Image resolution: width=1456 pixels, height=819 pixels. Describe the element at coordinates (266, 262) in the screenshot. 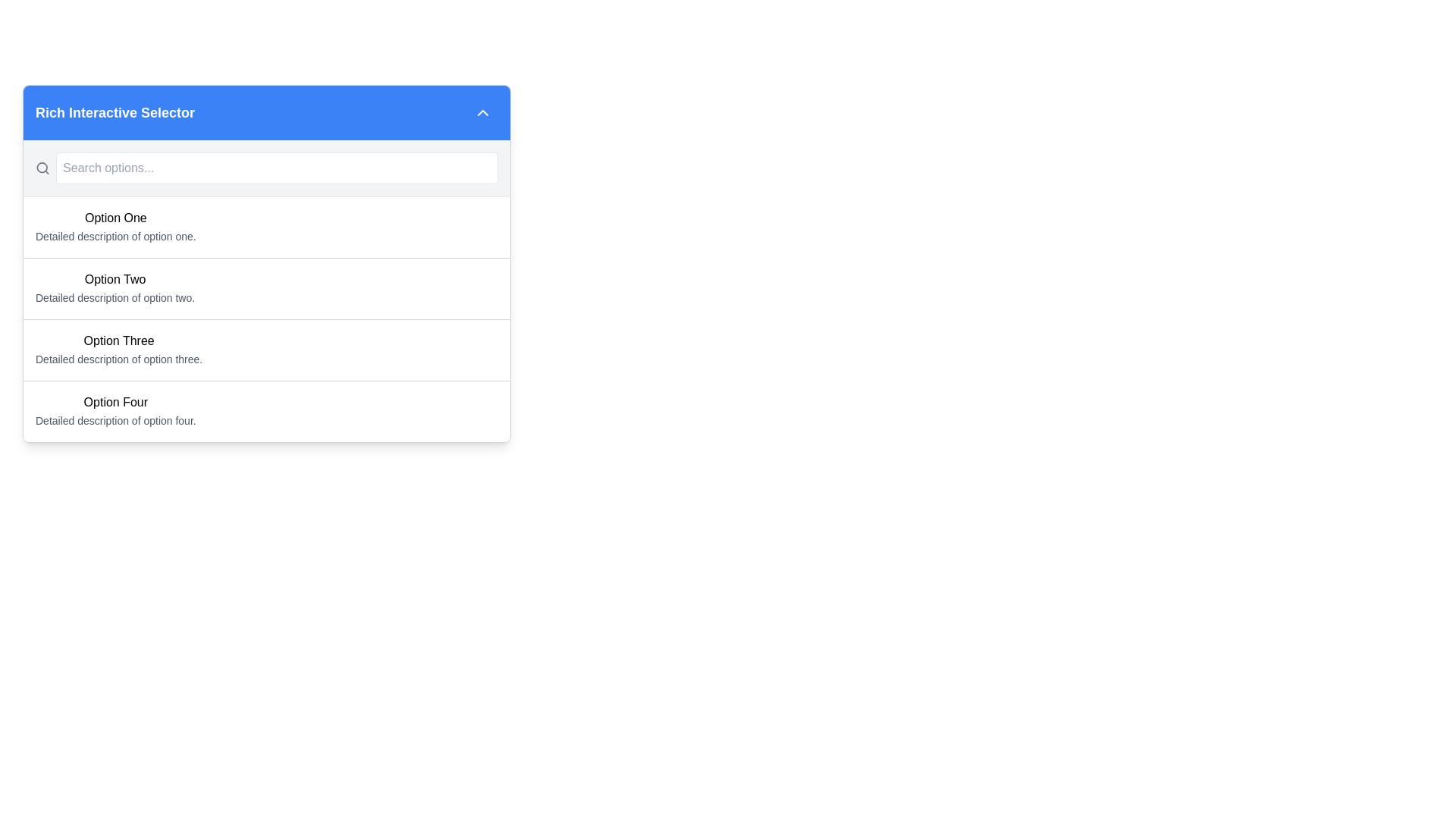

I see `the second option in the selectable list item` at that location.